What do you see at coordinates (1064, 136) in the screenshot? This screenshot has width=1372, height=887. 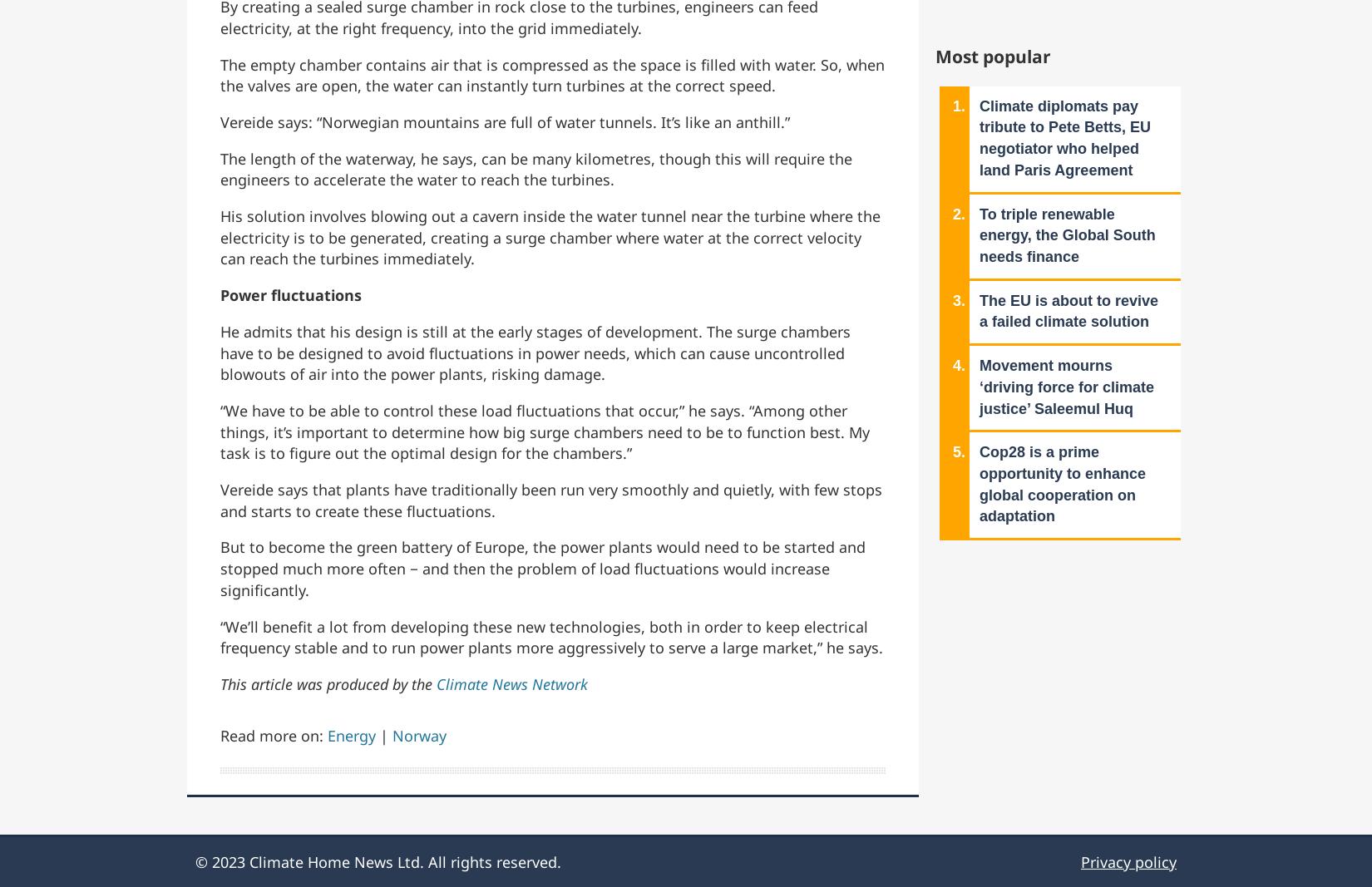 I see `'Climate diplomats pay tribute to Pete Betts, EU negotiator who helped land Paris Agreement'` at bounding box center [1064, 136].